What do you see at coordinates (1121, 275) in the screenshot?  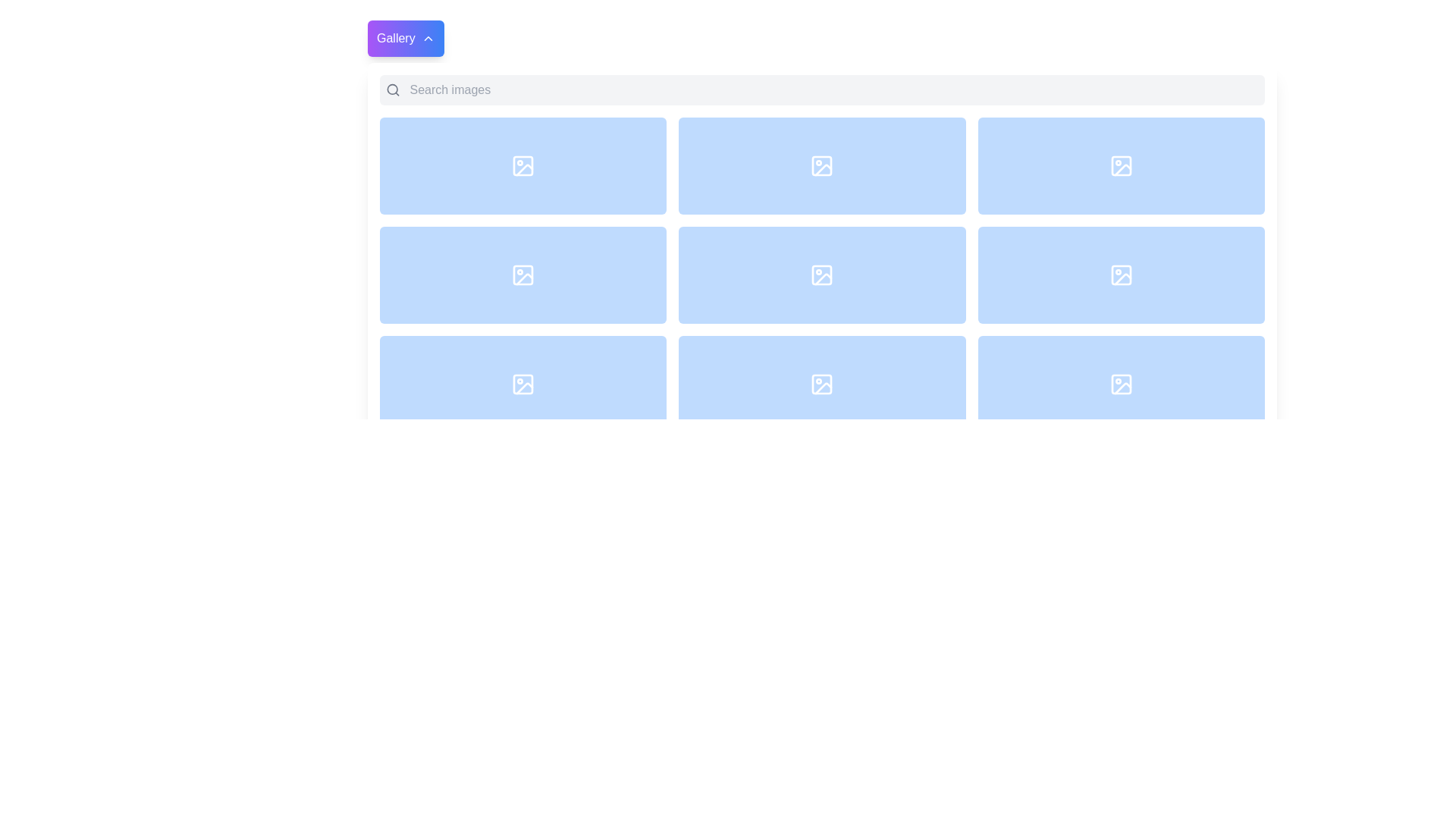 I see `the action button located in the third column and second row of the grid` at bounding box center [1121, 275].